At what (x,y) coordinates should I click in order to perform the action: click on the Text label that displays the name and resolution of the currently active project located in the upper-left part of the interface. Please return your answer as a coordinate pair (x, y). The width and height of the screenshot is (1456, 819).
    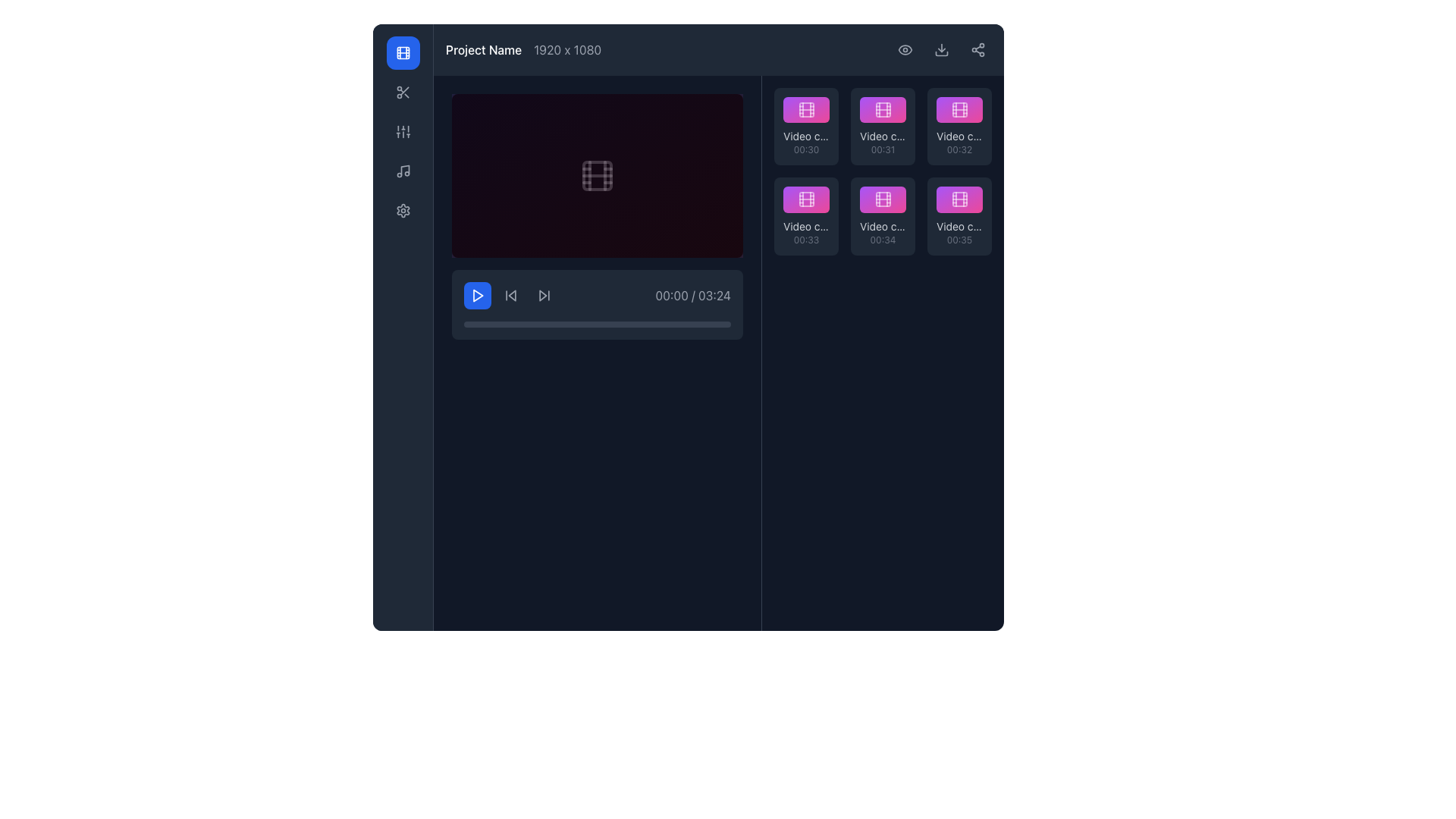
    Looking at the image, I should click on (523, 49).